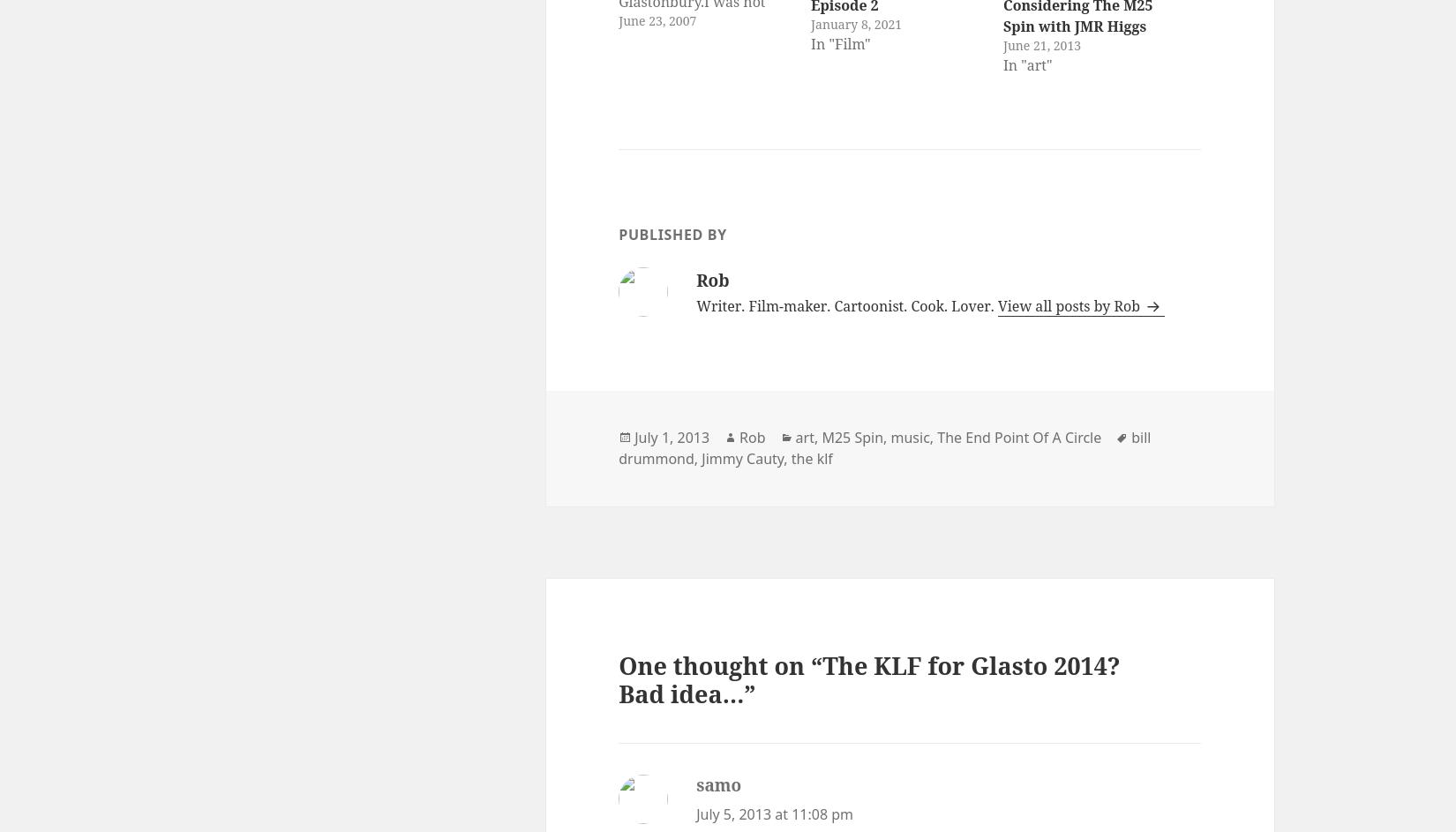  Describe the element at coordinates (617, 446) in the screenshot. I see `'bill drummond'` at that location.